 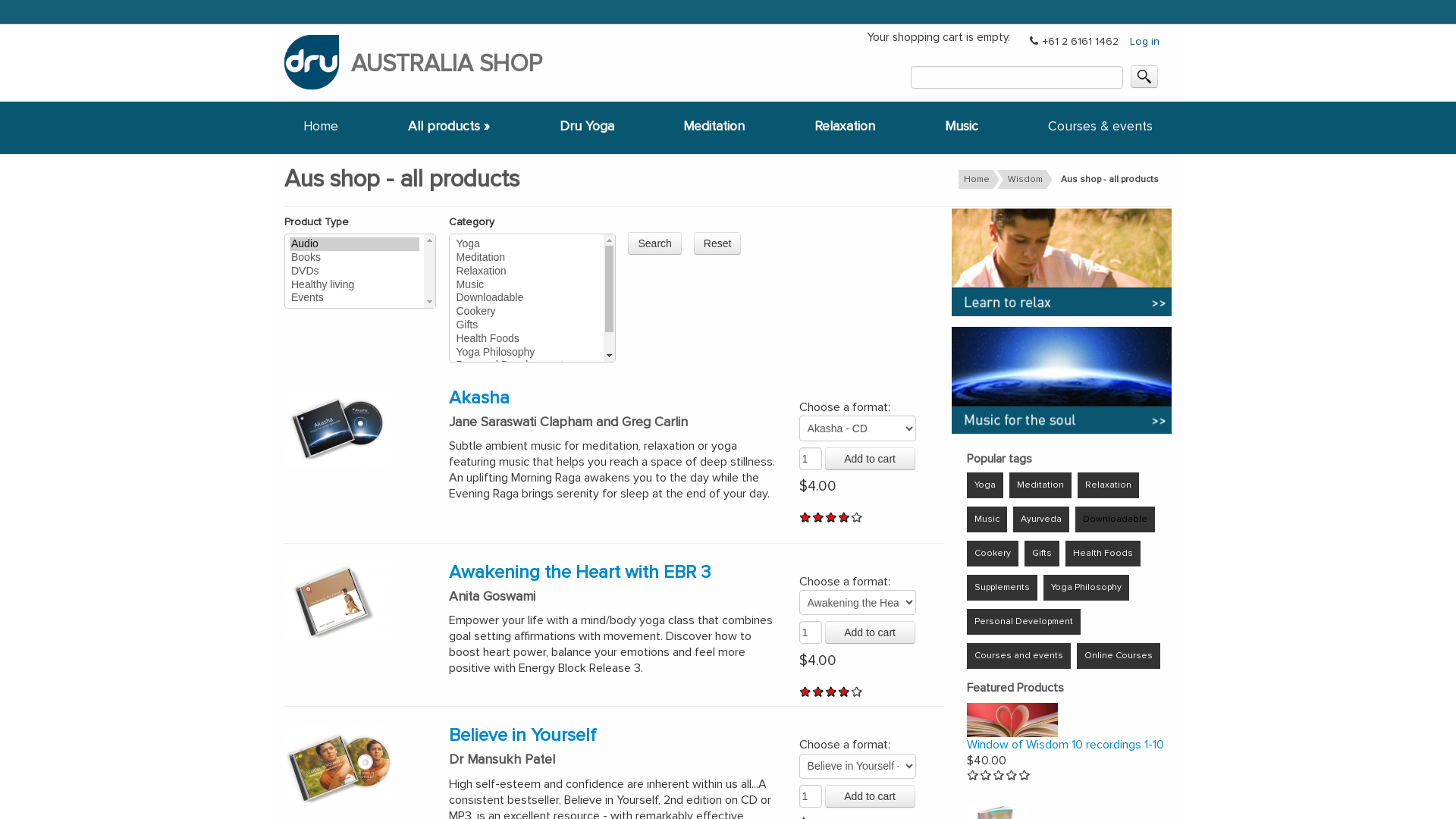 What do you see at coordinates (579, 573) in the screenshot?
I see `'Awakening the Heart with EBR 3'` at bounding box center [579, 573].